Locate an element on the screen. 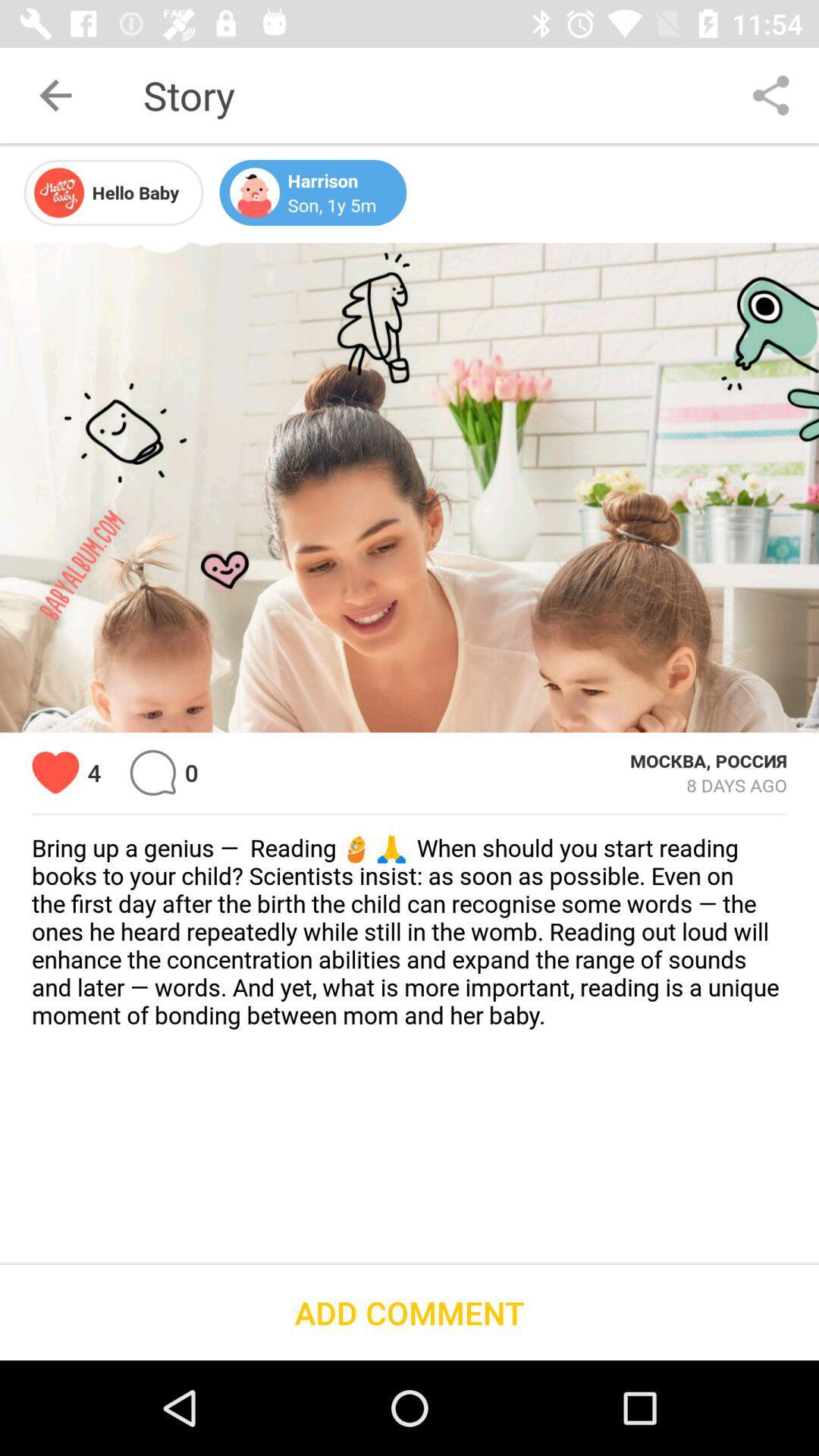 This screenshot has height=1456, width=819. the icon next to story item is located at coordinates (55, 94).